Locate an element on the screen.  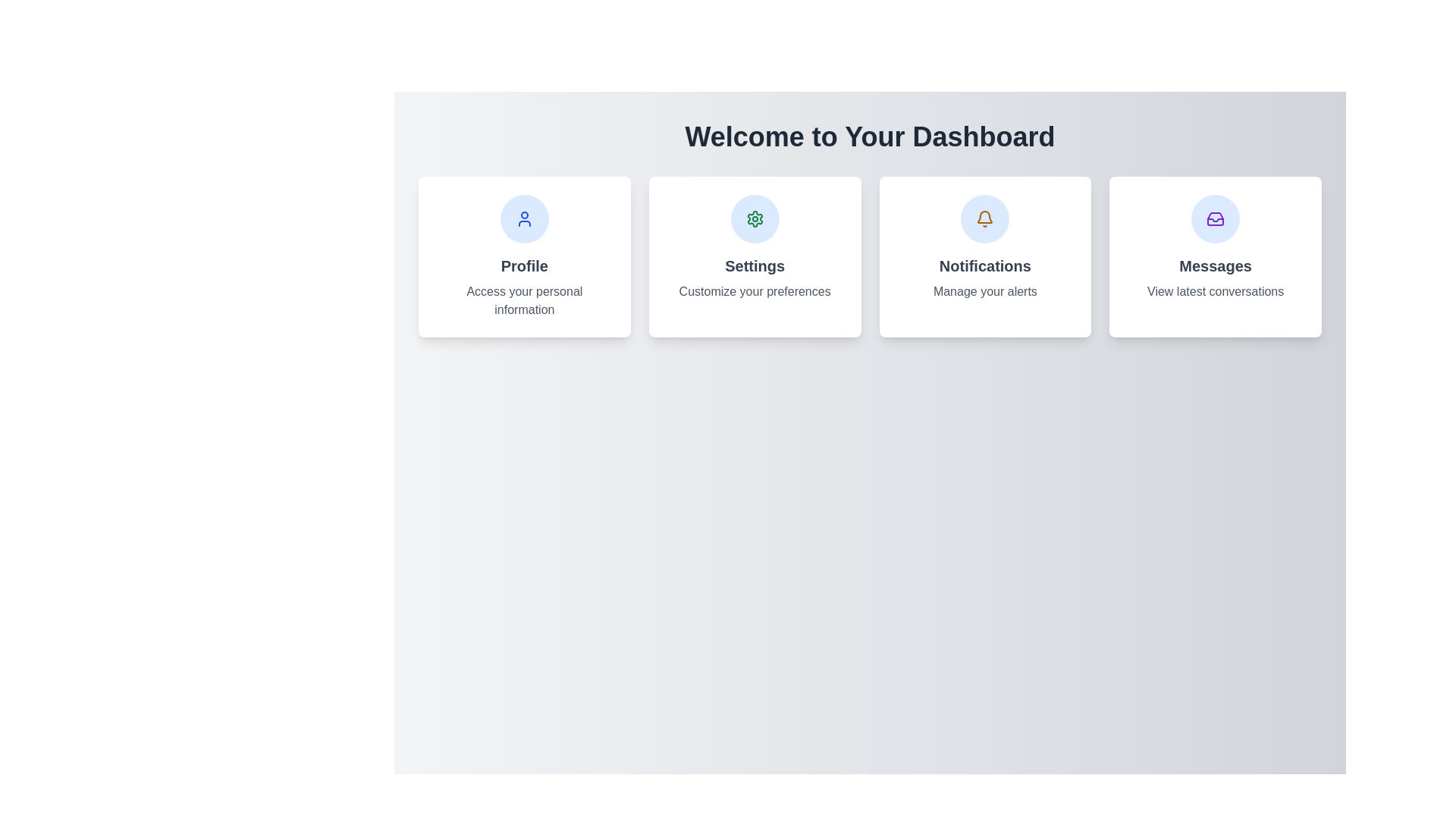
prominent bold text label 'Notifications' displayed in dark gray at the top center of the card, above 'Manage your alerts' is located at coordinates (985, 265).